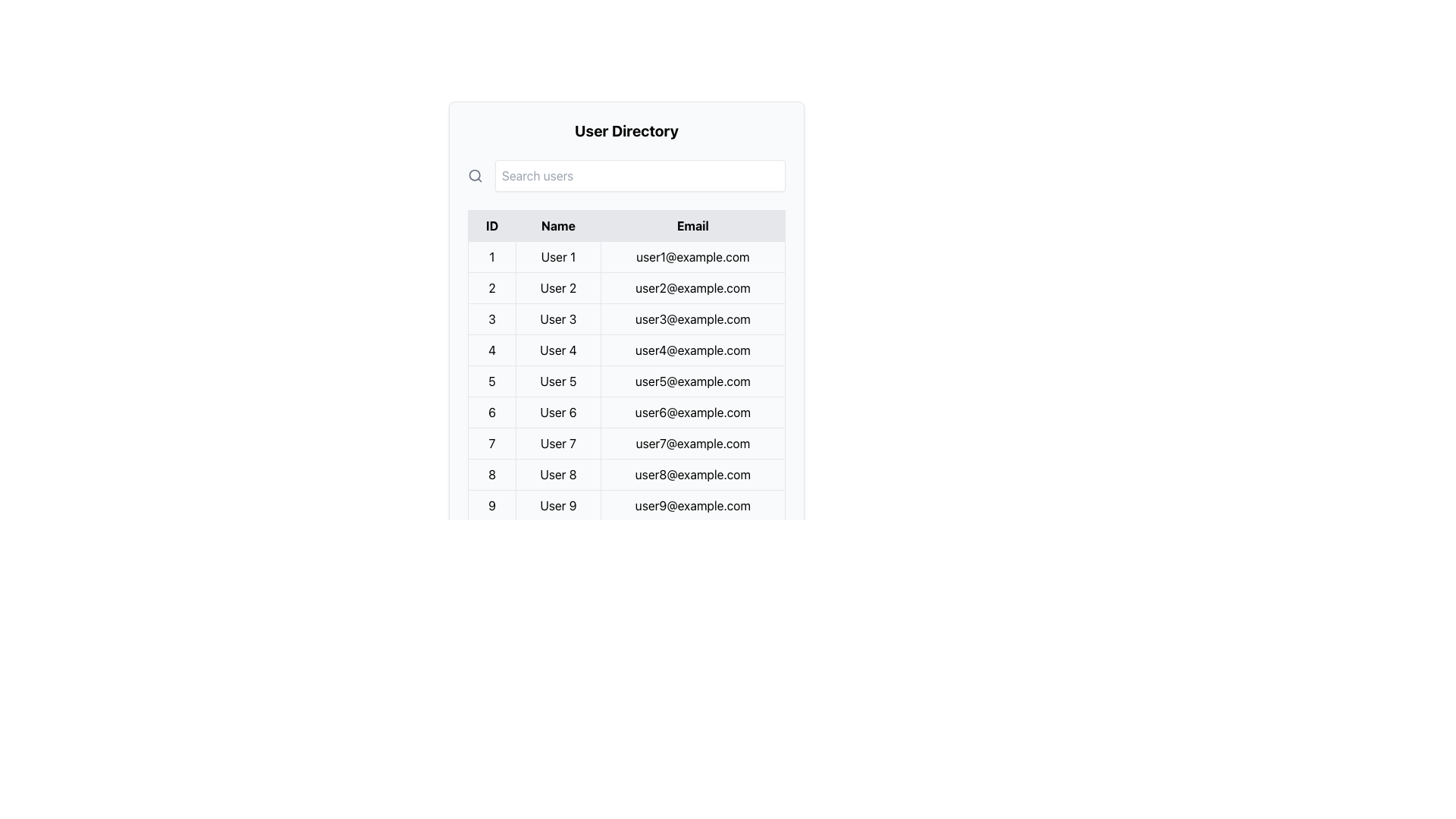  I want to click on the text label displaying 'User 5' located in the fifth row of the table under the 'Name' column, positioned between ID '5' and email 'user5@example.com', so click(557, 380).